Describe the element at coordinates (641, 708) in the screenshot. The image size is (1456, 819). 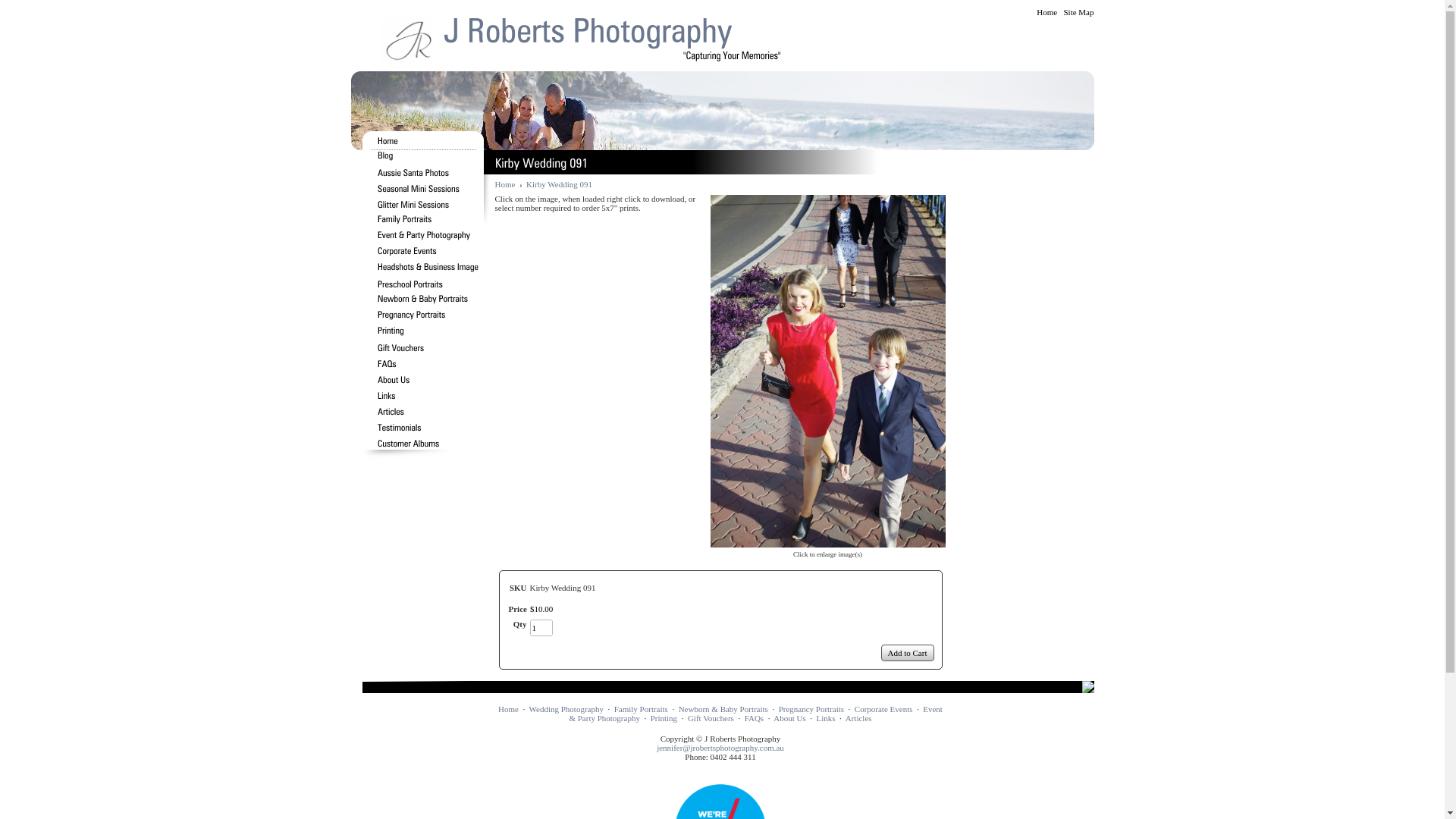
I see `'Family Portraits'` at that location.